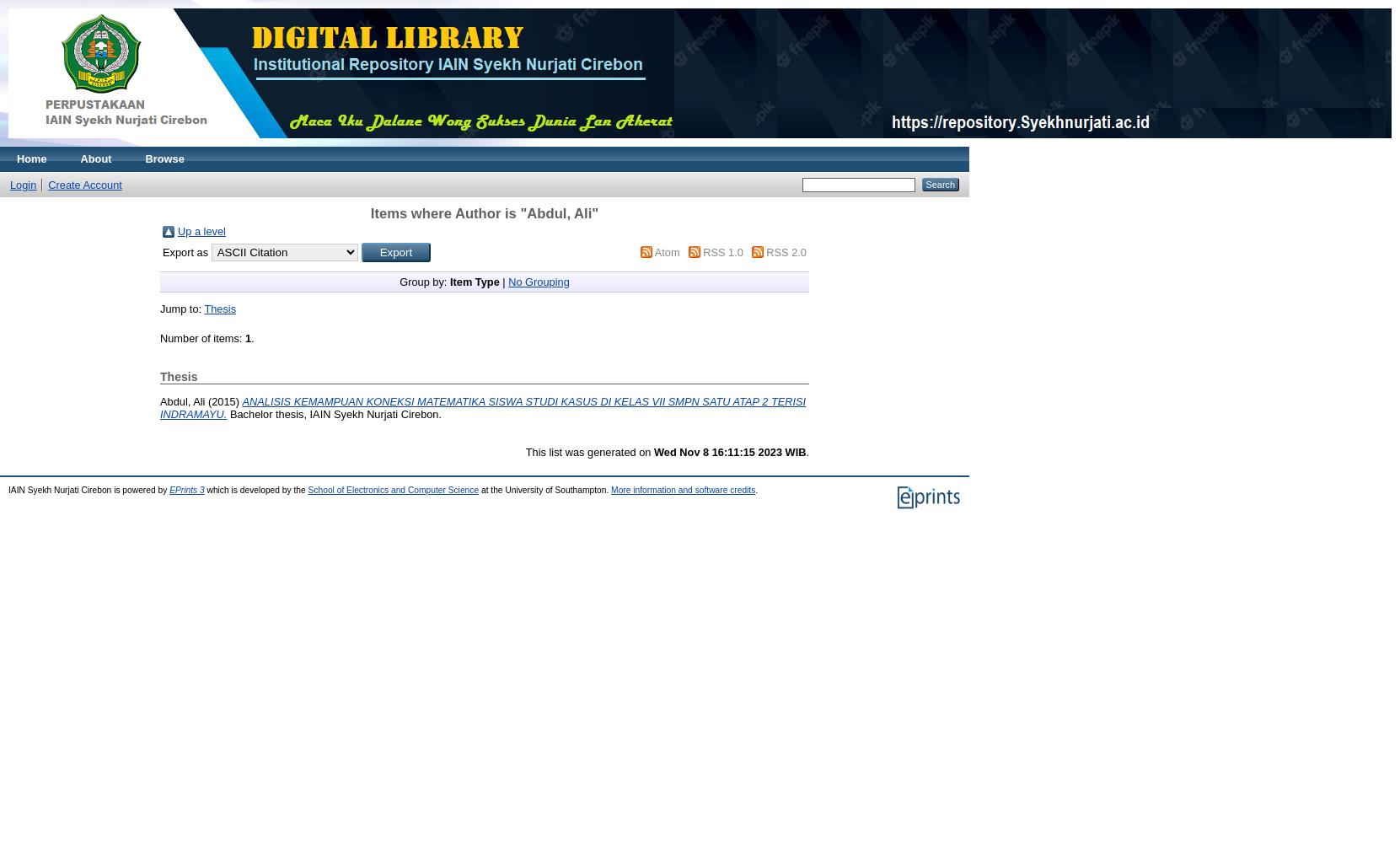 The width and height of the screenshot is (1400, 843). What do you see at coordinates (333, 412) in the screenshot?
I see `'Bachelor thesis, IAIN Syekh Nurjati Cirebon.'` at bounding box center [333, 412].